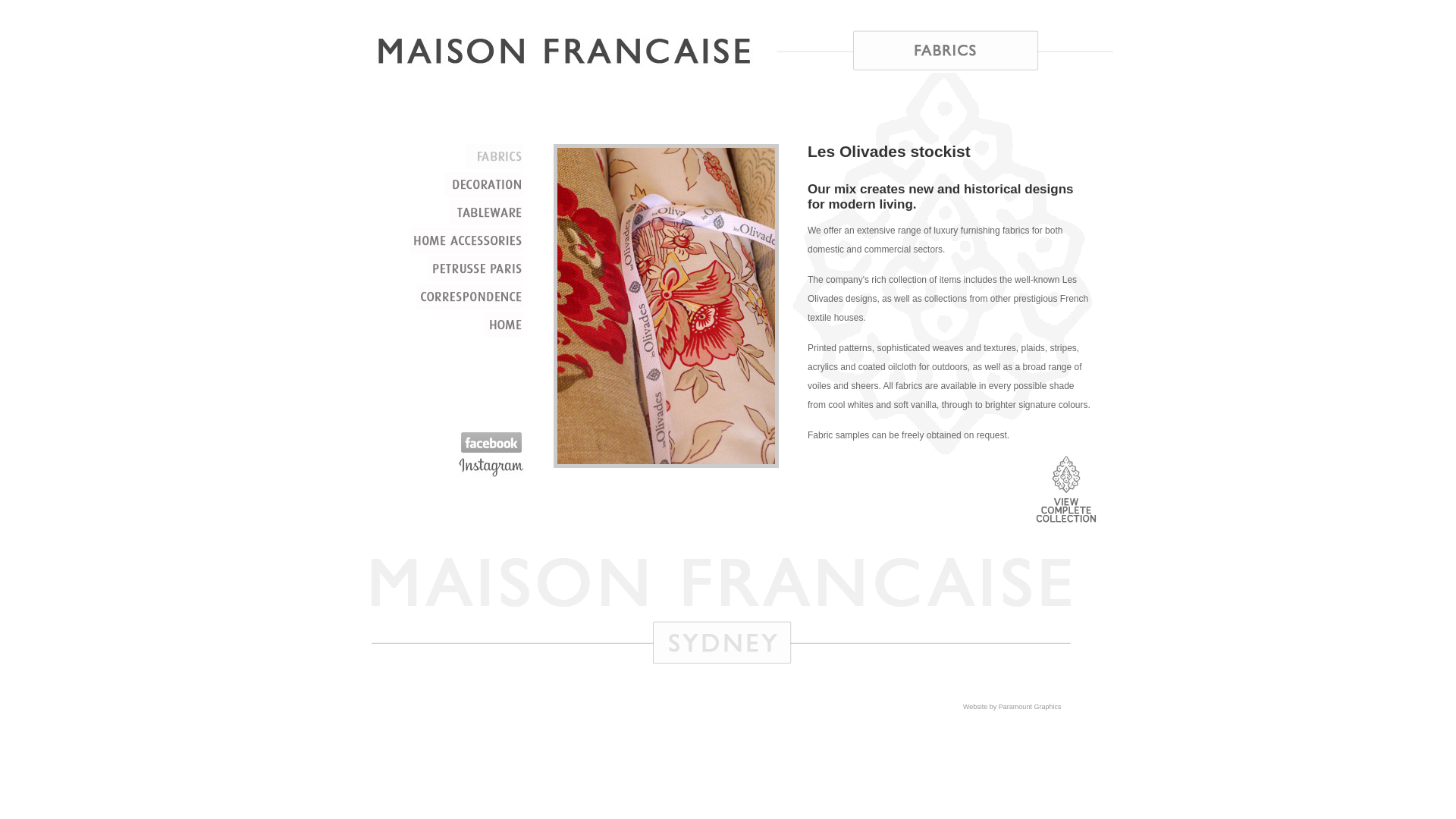 The height and width of the screenshot is (819, 1456). Describe the element at coordinates (998, 707) in the screenshot. I see `'Paramount Graphics'` at that location.